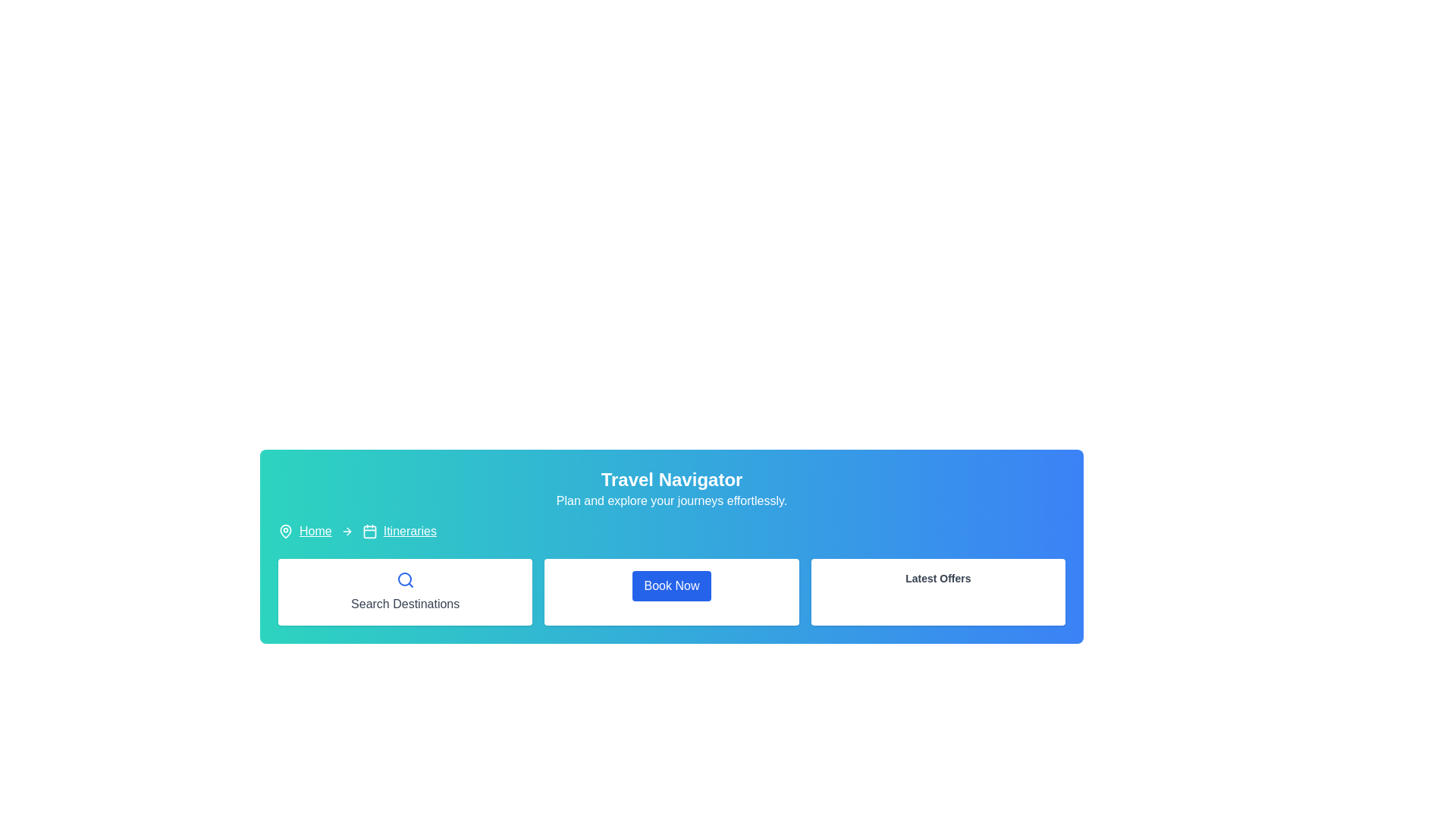  Describe the element at coordinates (671, 591) in the screenshot. I see `the 'Book Now' button, which is white text on a blue background, centrally located between 'Search Destinations' and 'Latest Offers' in the grid layout, to initiate the booking action` at that location.